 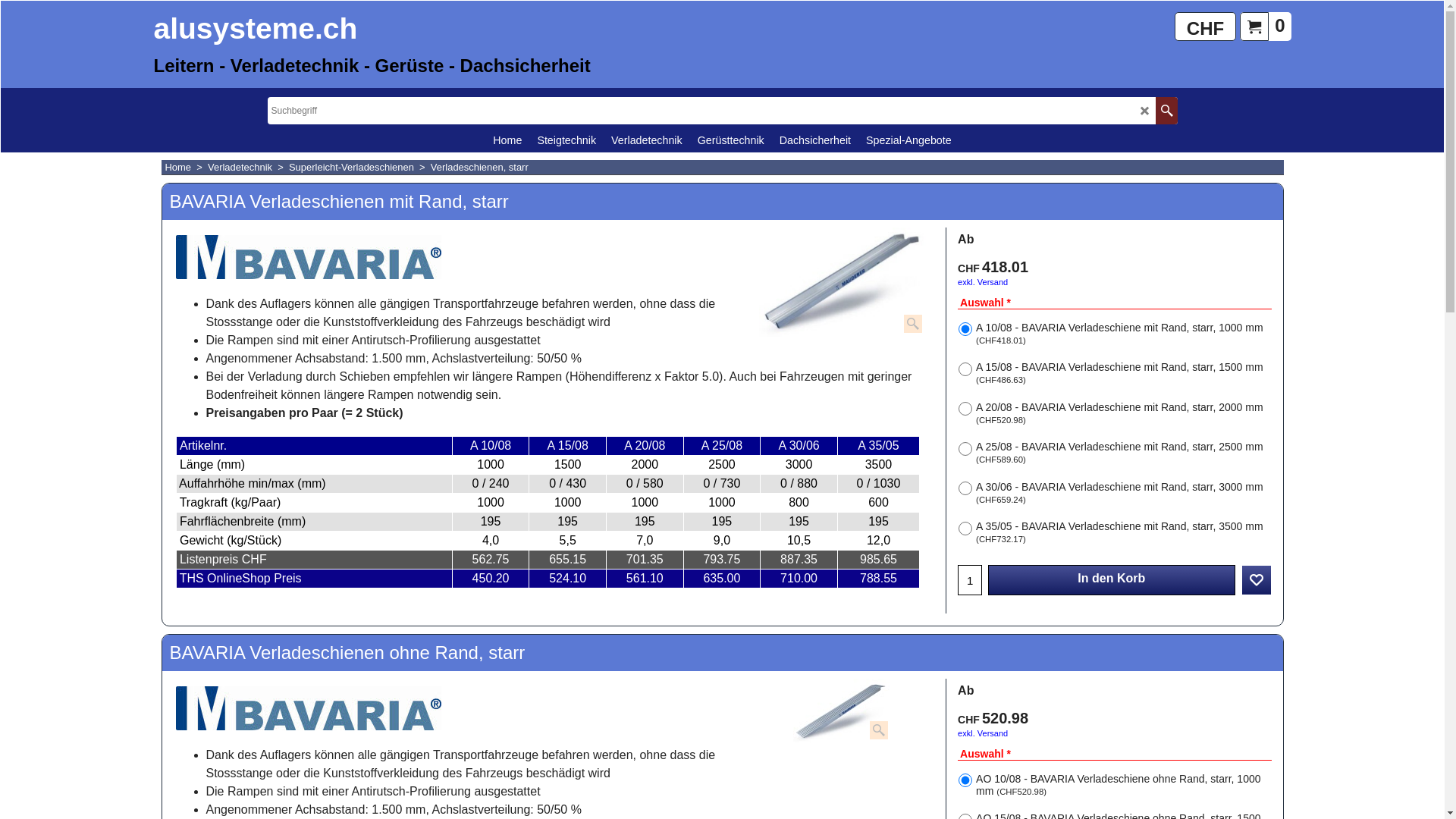 I want to click on '1', so click(x=957, y=579).